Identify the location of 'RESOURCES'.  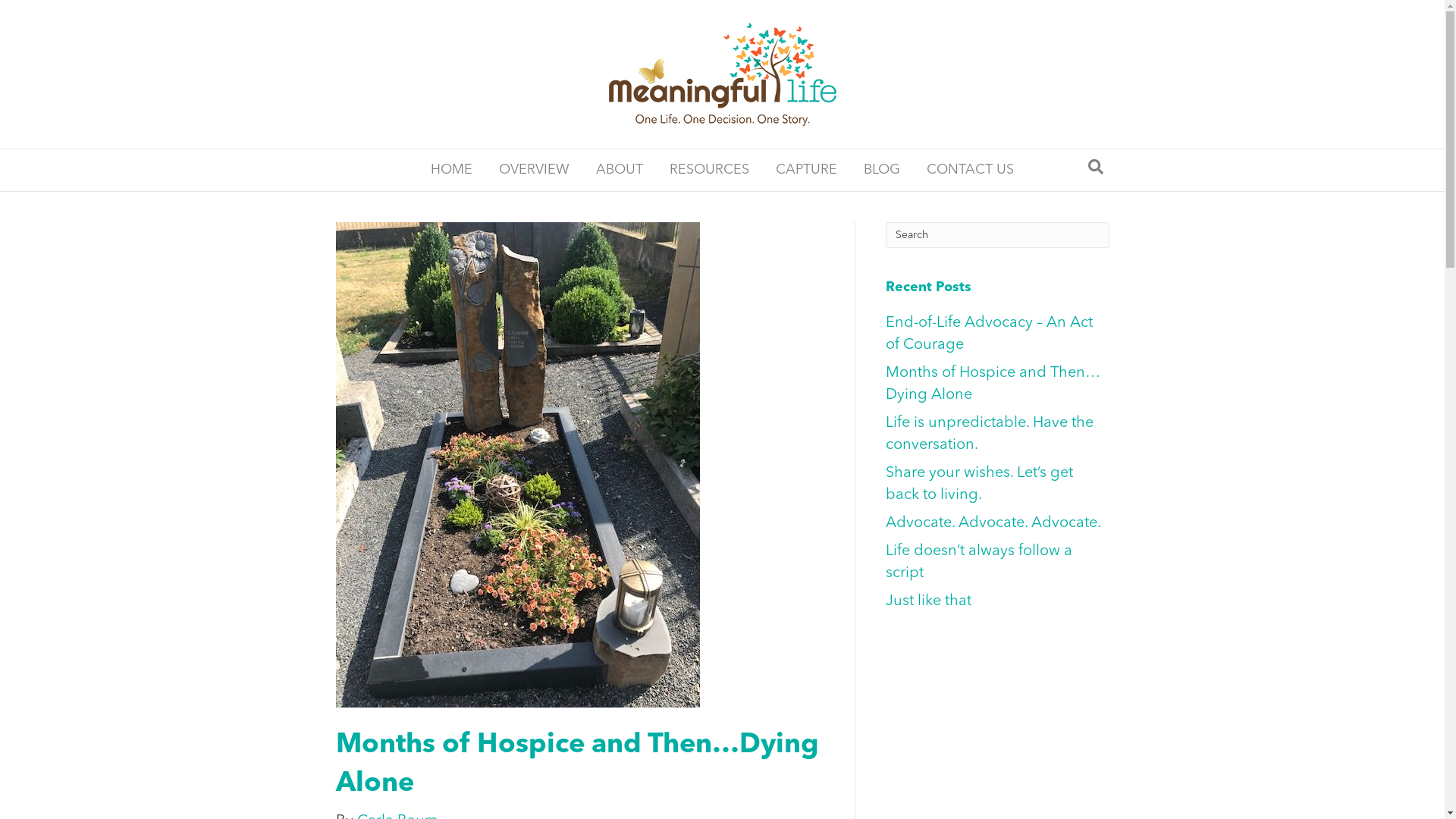
(708, 170).